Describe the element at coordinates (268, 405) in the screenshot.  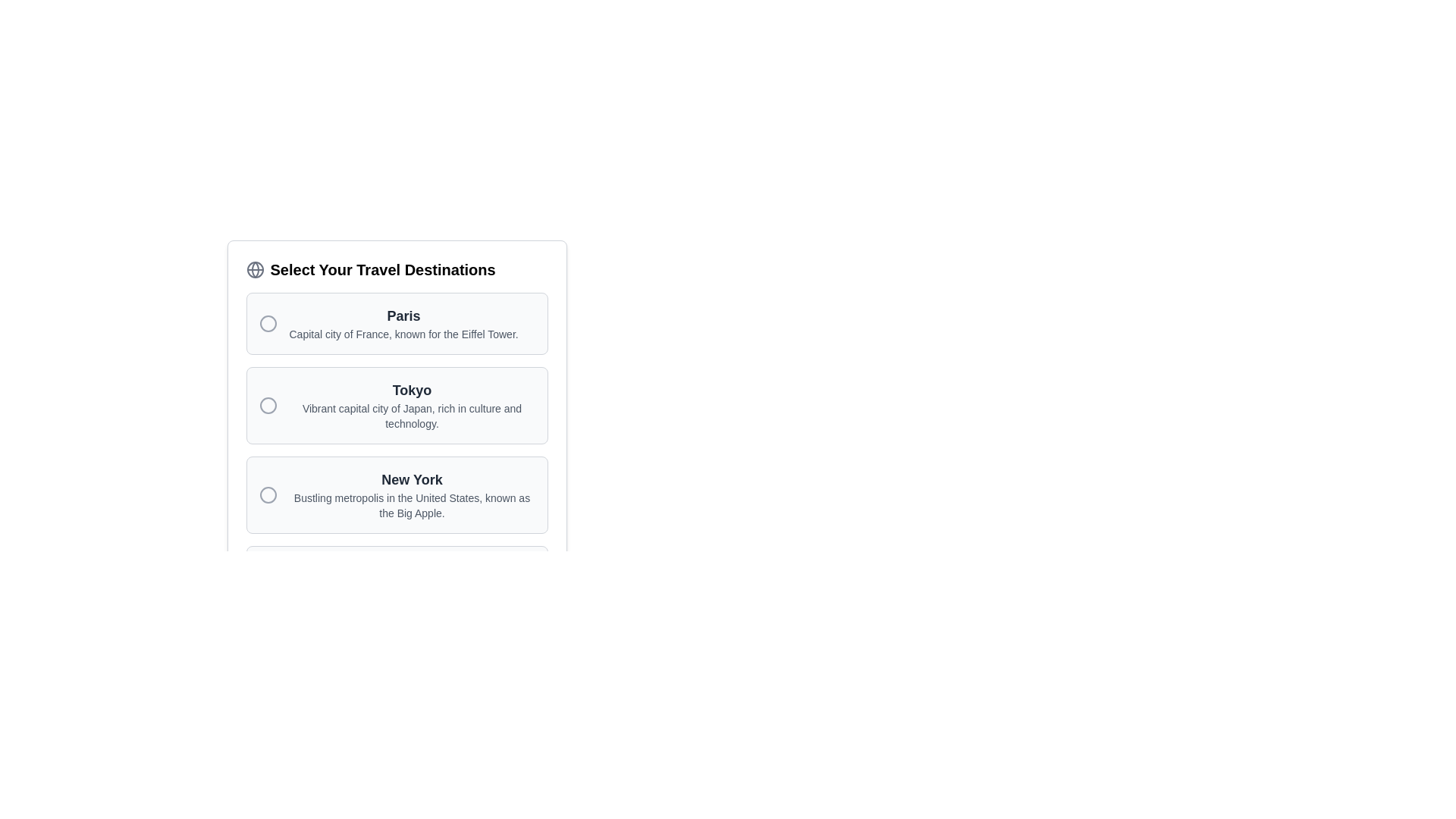
I see `the circular icon associated with the 'Tokyo' option` at that location.